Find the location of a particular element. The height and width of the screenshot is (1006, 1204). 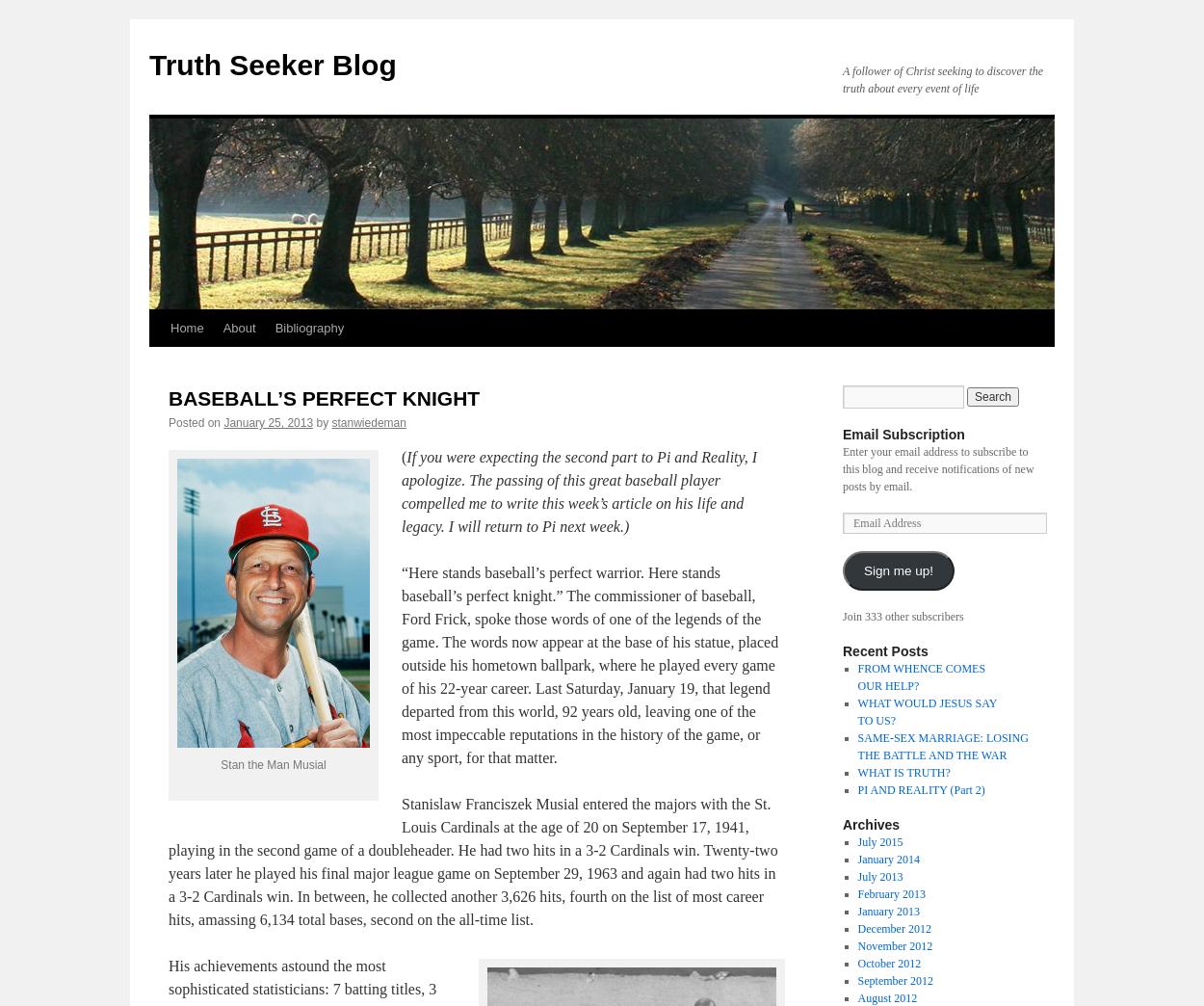

'PI AND REALITY (Part 2)' is located at coordinates (857, 788).